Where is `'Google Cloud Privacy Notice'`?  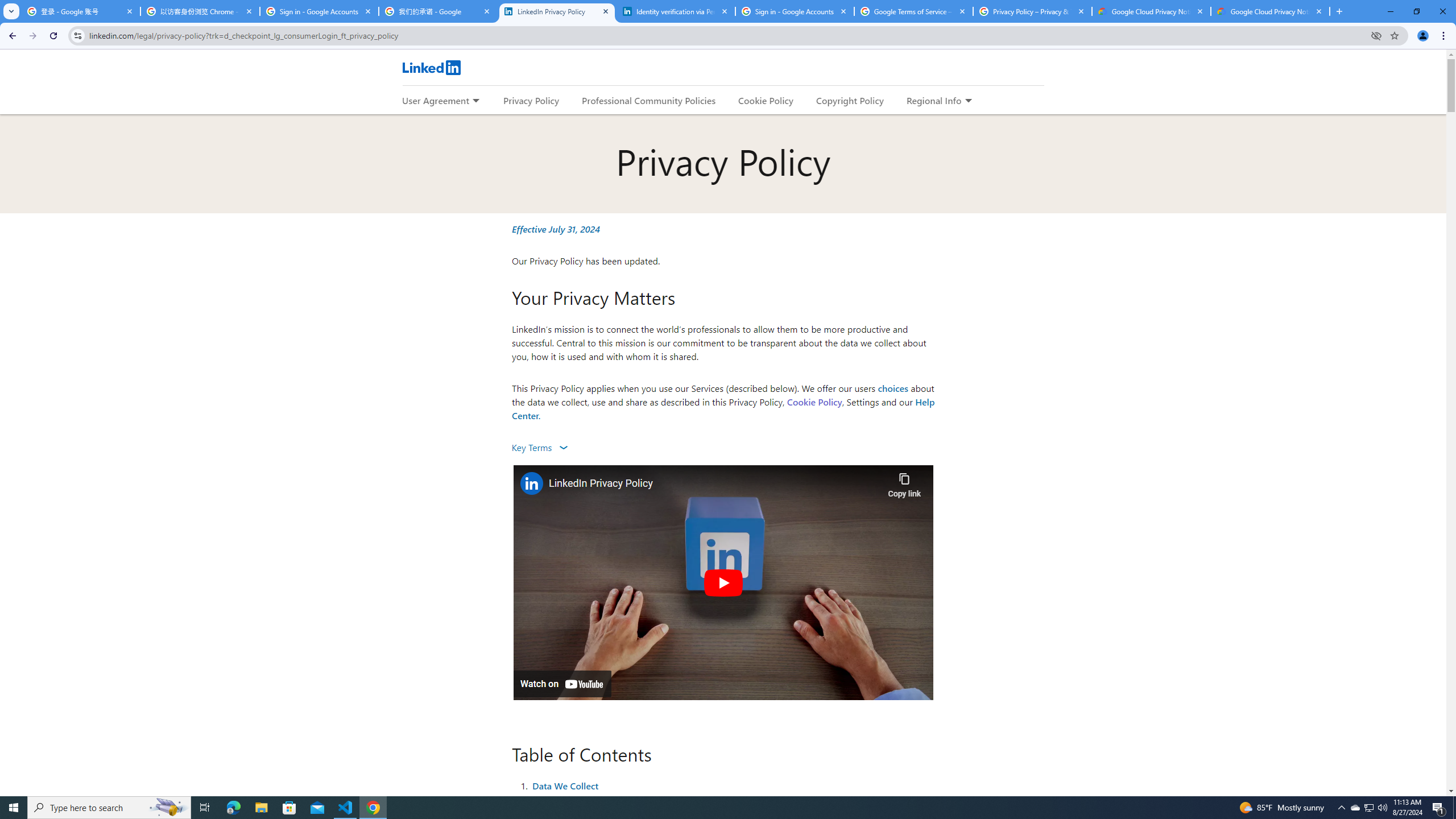
'Google Cloud Privacy Notice' is located at coordinates (1270, 11).